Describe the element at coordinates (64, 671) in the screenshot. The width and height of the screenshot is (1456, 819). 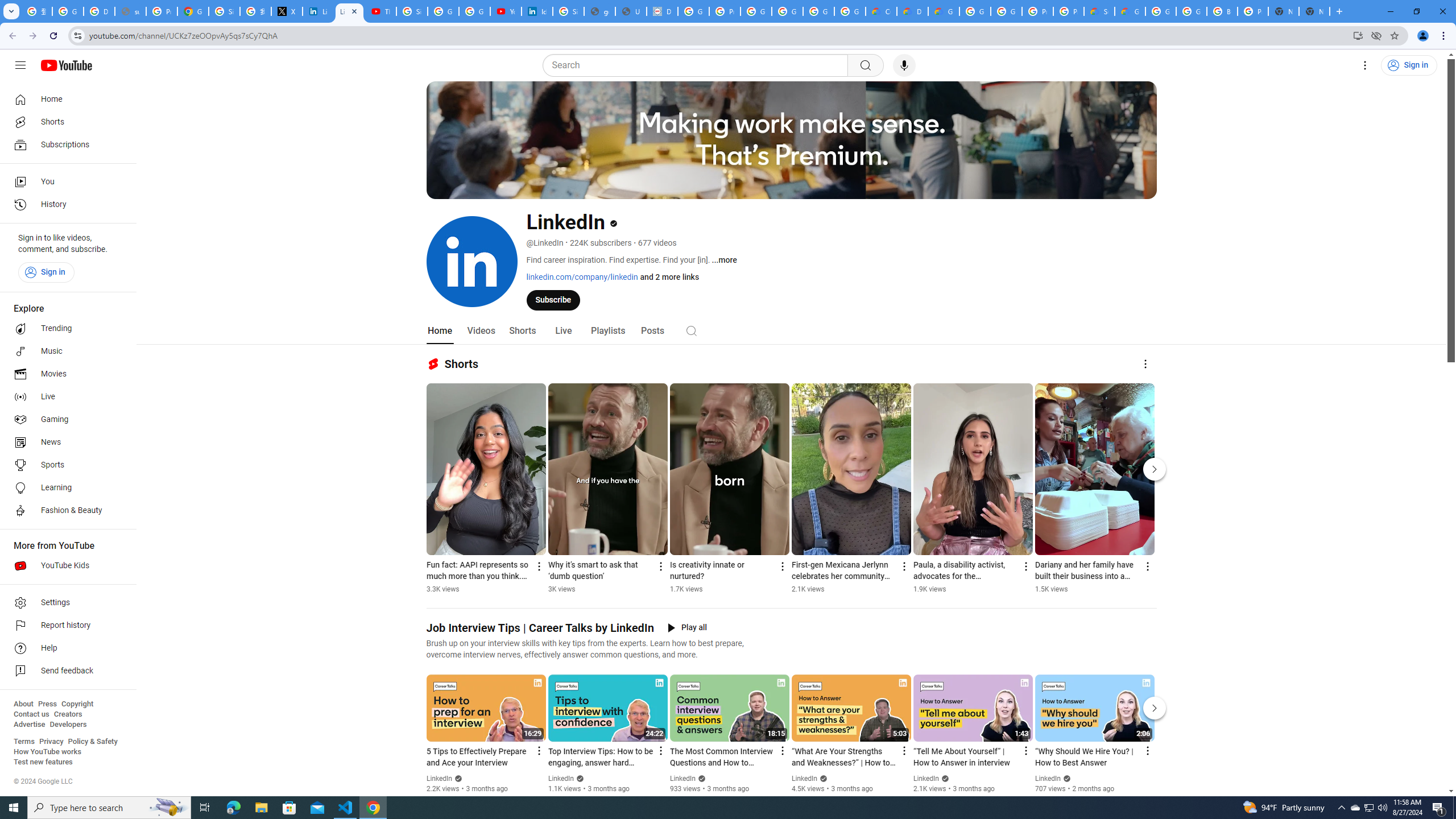
I see `'Send feedback'` at that location.